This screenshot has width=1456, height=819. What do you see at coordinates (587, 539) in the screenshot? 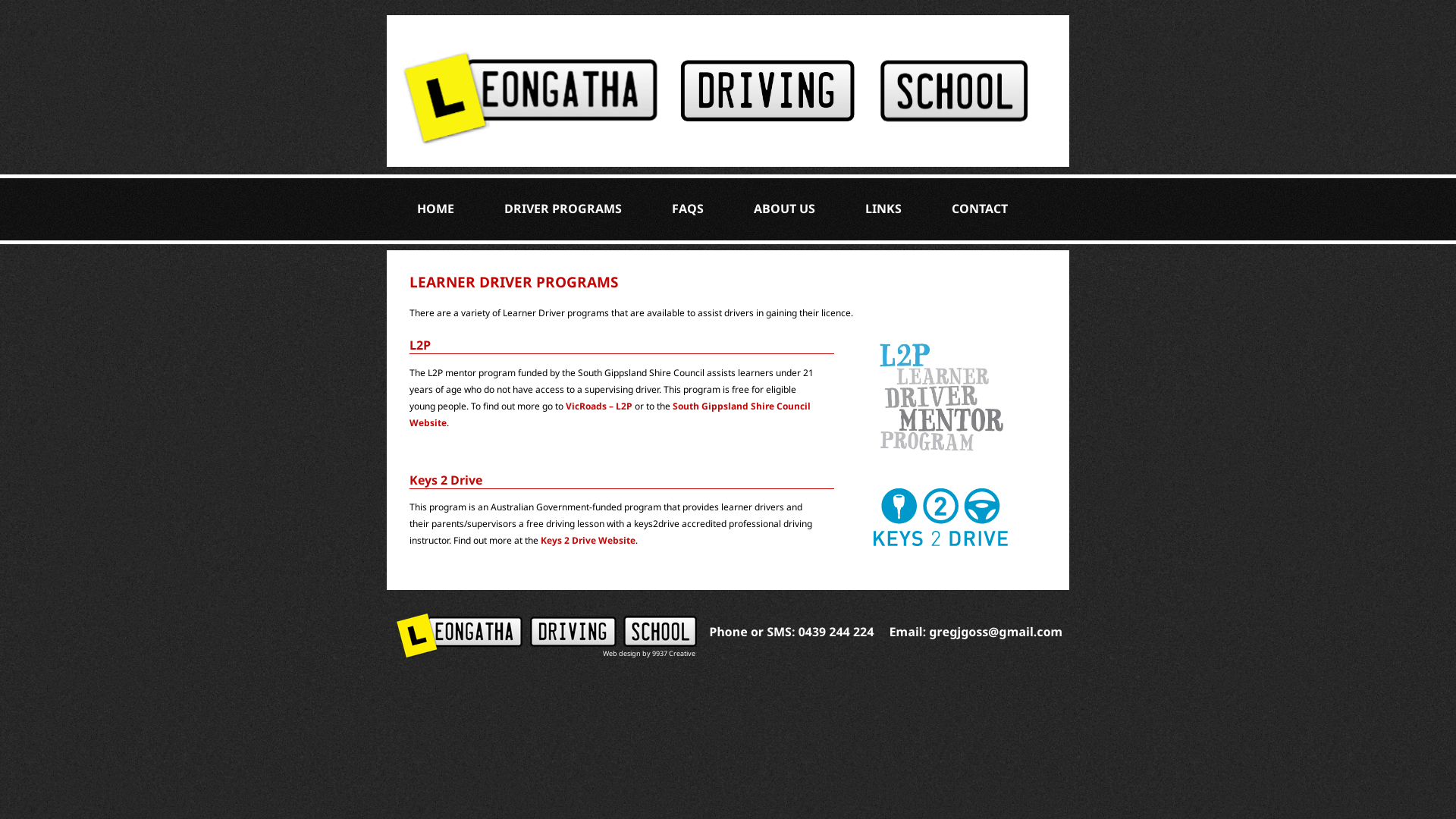
I see `'Keys 2 Drive Website'` at bounding box center [587, 539].